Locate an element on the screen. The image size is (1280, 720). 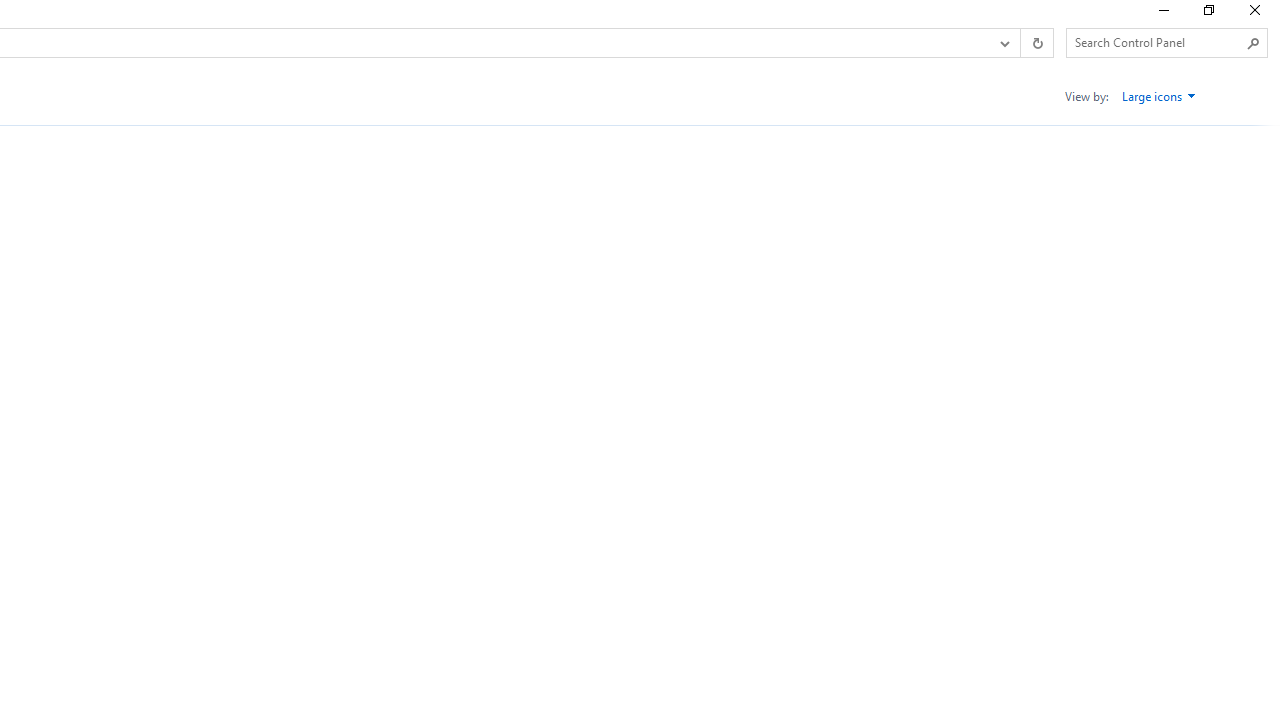
'Restore' is located at coordinates (1207, 15).